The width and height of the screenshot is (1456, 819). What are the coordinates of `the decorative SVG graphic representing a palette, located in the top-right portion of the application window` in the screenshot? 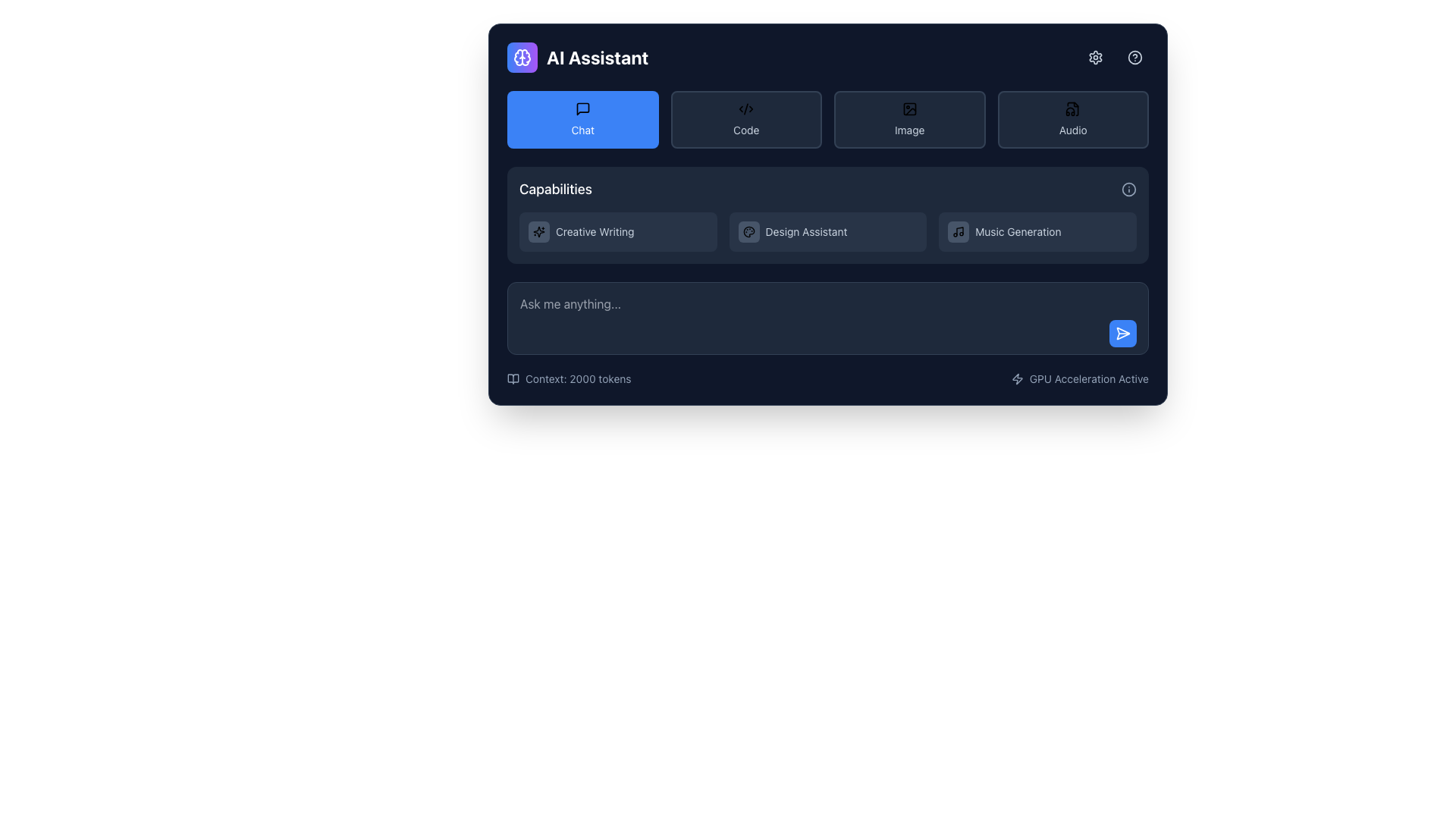 It's located at (748, 231).